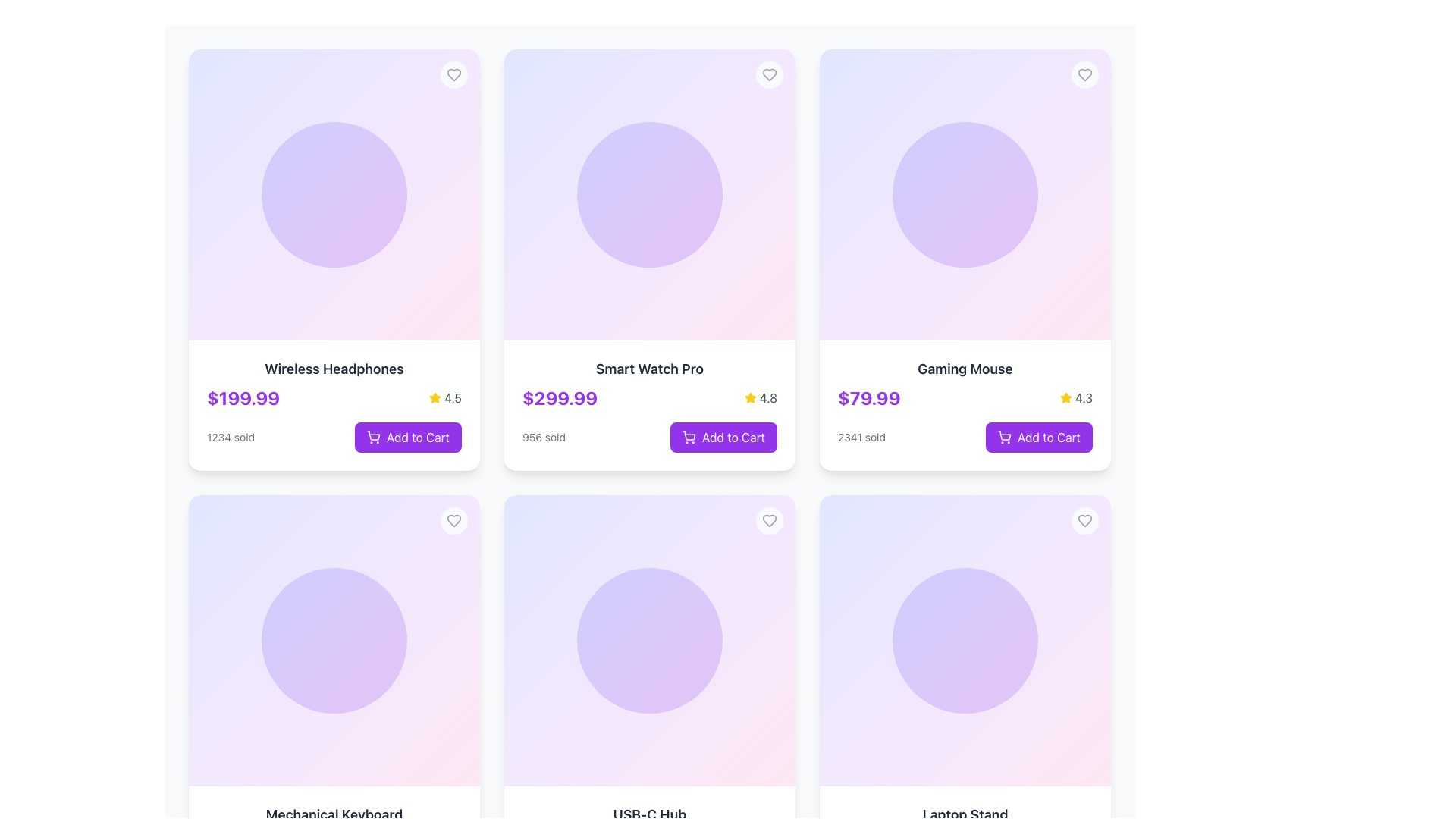  What do you see at coordinates (650, 194) in the screenshot?
I see `the decorative circle element located at the top-center of the product card for 'Smart Watch Pro', enhancing the visual presentation` at bounding box center [650, 194].